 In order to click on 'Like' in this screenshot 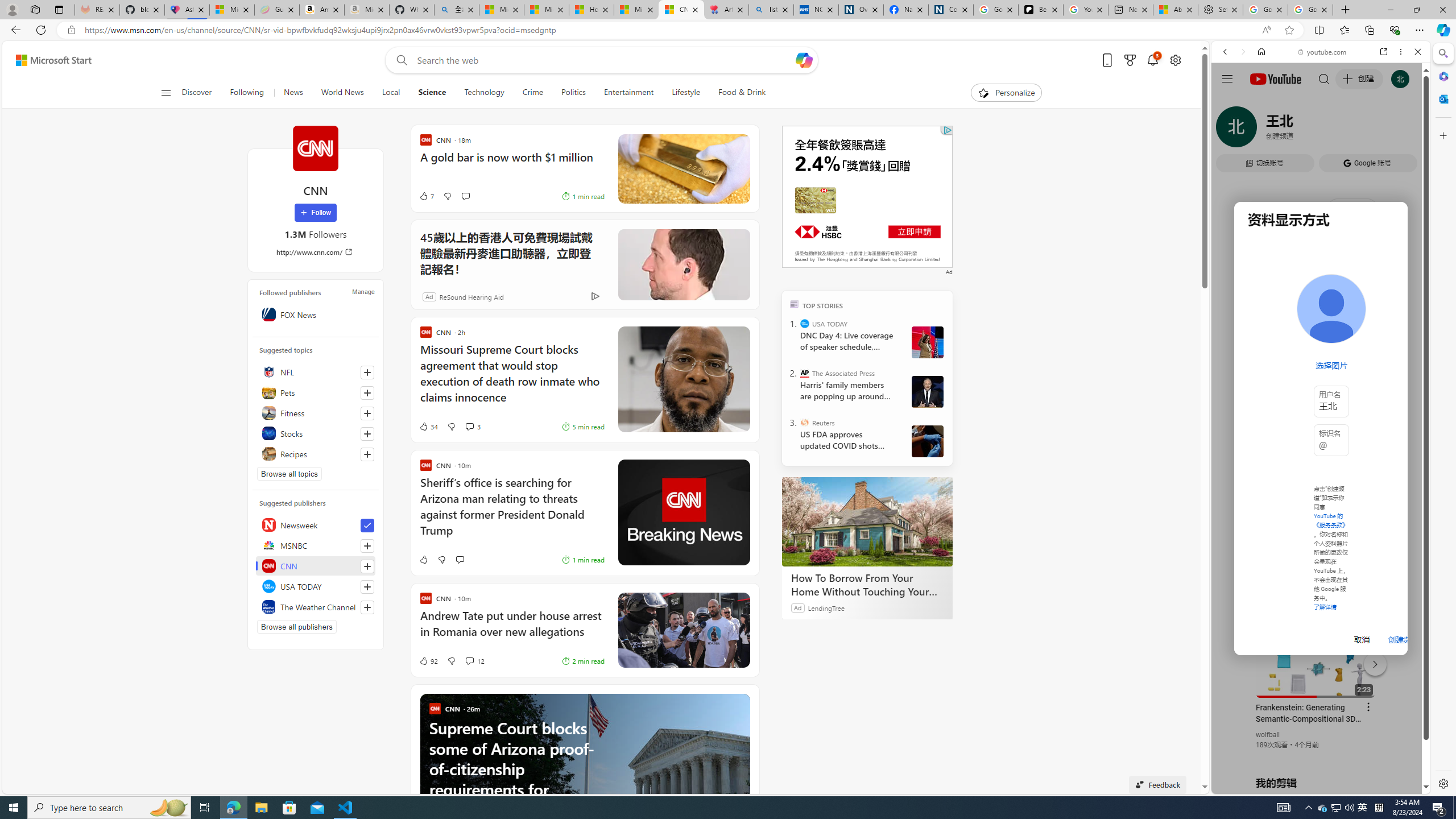, I will do `click(422, 560)`.